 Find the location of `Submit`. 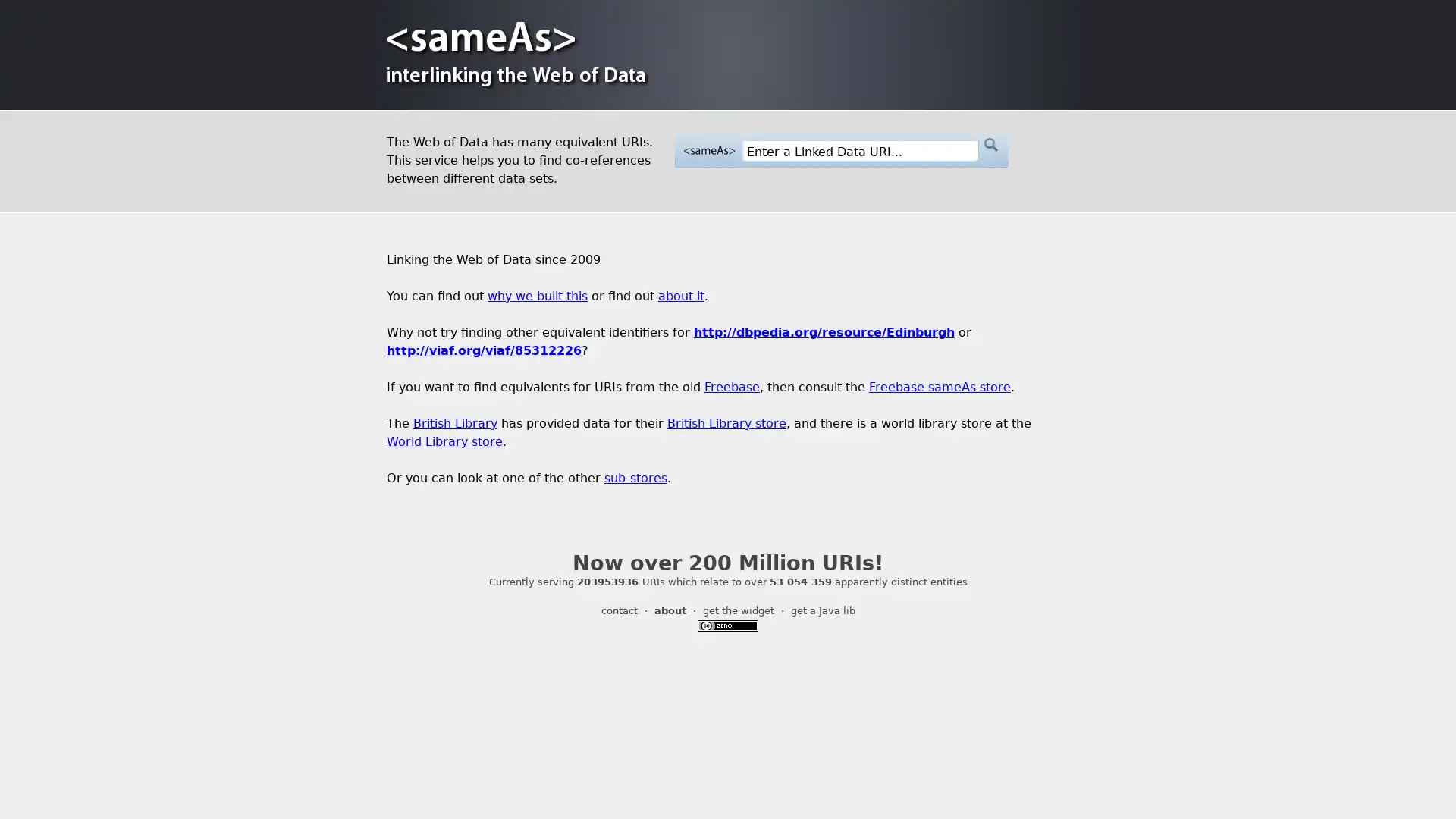

Submit is located at coordinates (990, 145).